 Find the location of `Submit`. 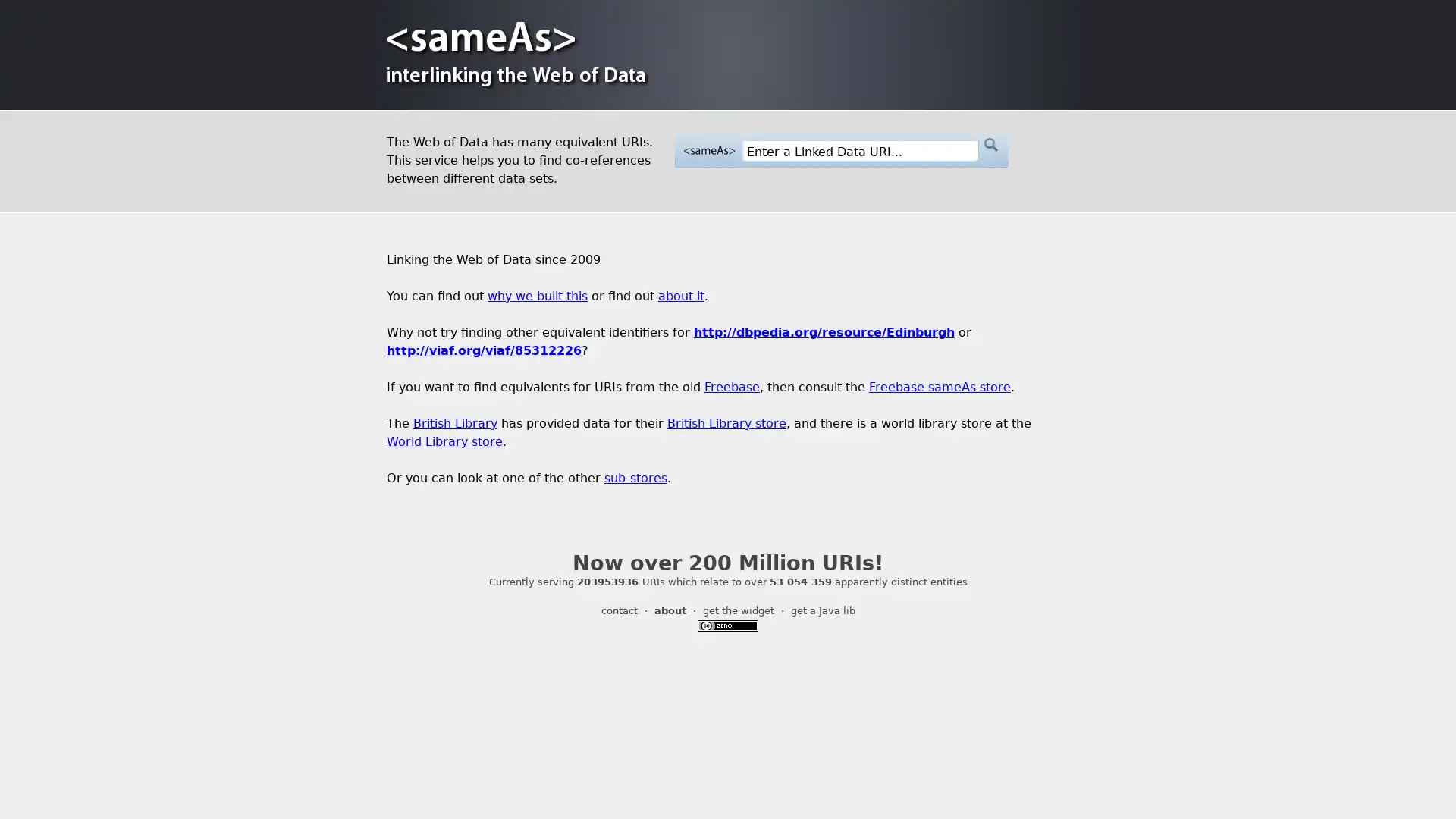

Submit is located at coordinates (990, 145).